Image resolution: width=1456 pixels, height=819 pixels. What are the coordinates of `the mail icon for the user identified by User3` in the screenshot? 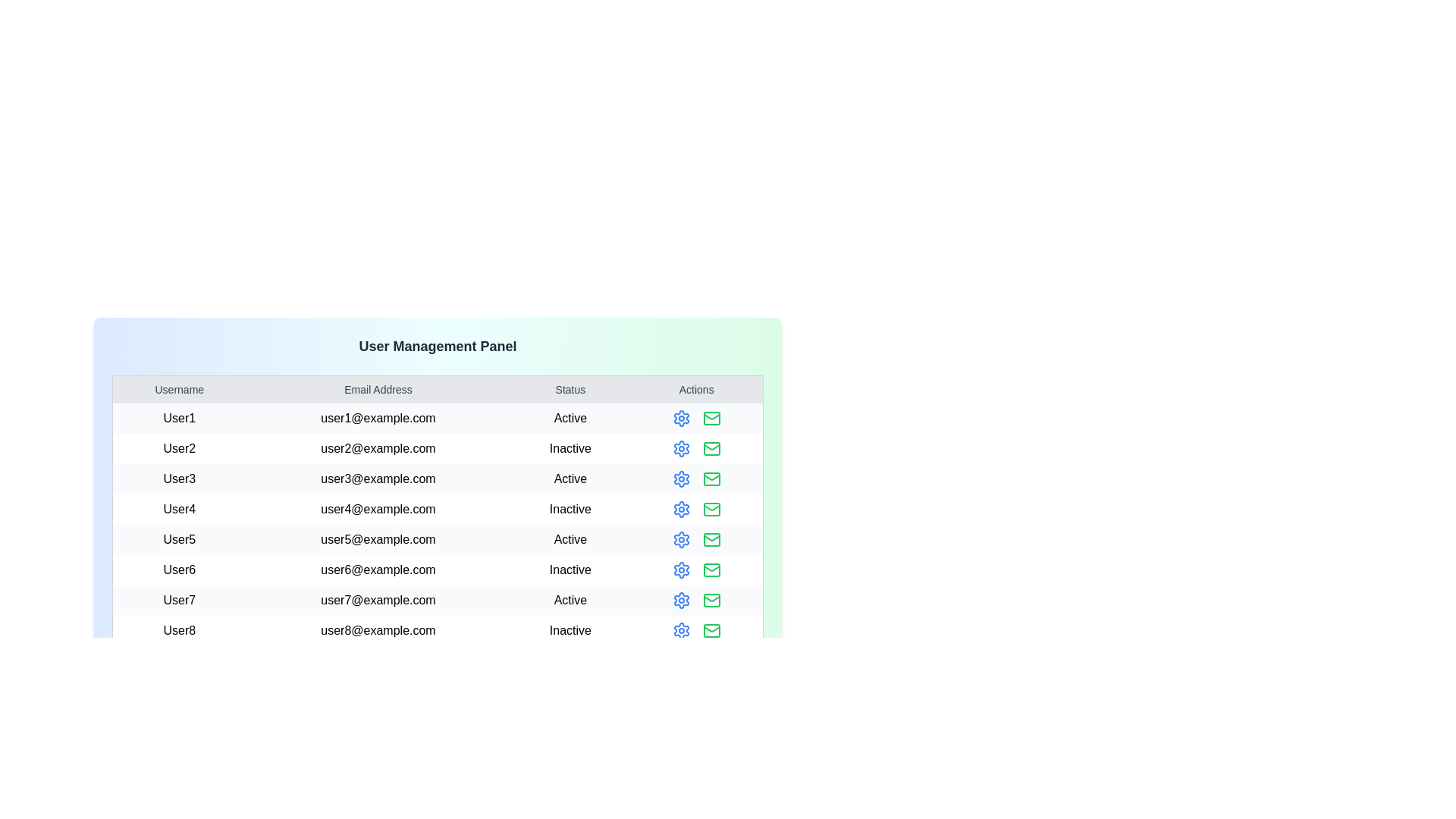 It's located at (711, 479).